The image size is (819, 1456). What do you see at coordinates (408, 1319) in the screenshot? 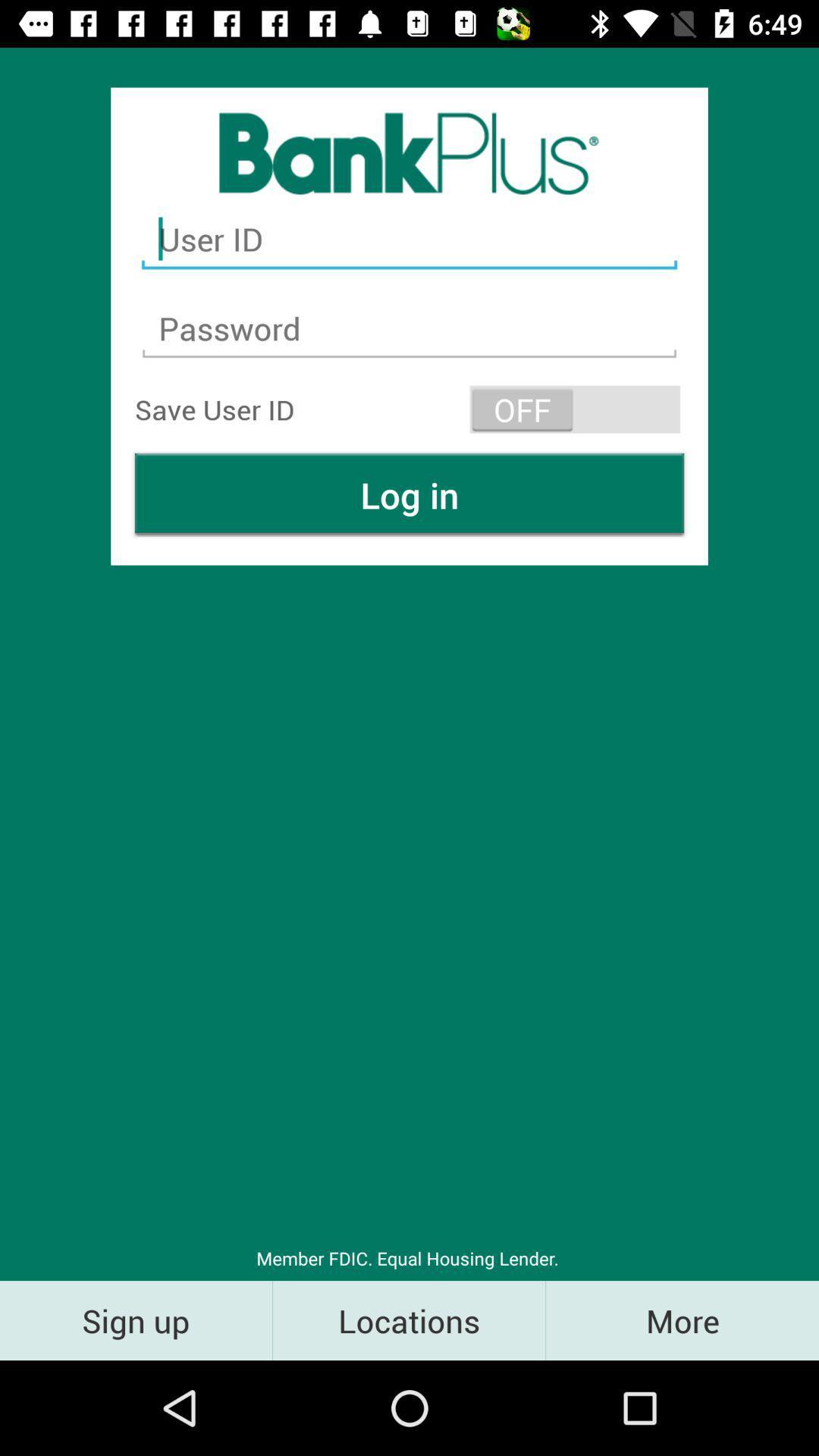
I see `item next to sign up` at bounding box center [408, 1319].